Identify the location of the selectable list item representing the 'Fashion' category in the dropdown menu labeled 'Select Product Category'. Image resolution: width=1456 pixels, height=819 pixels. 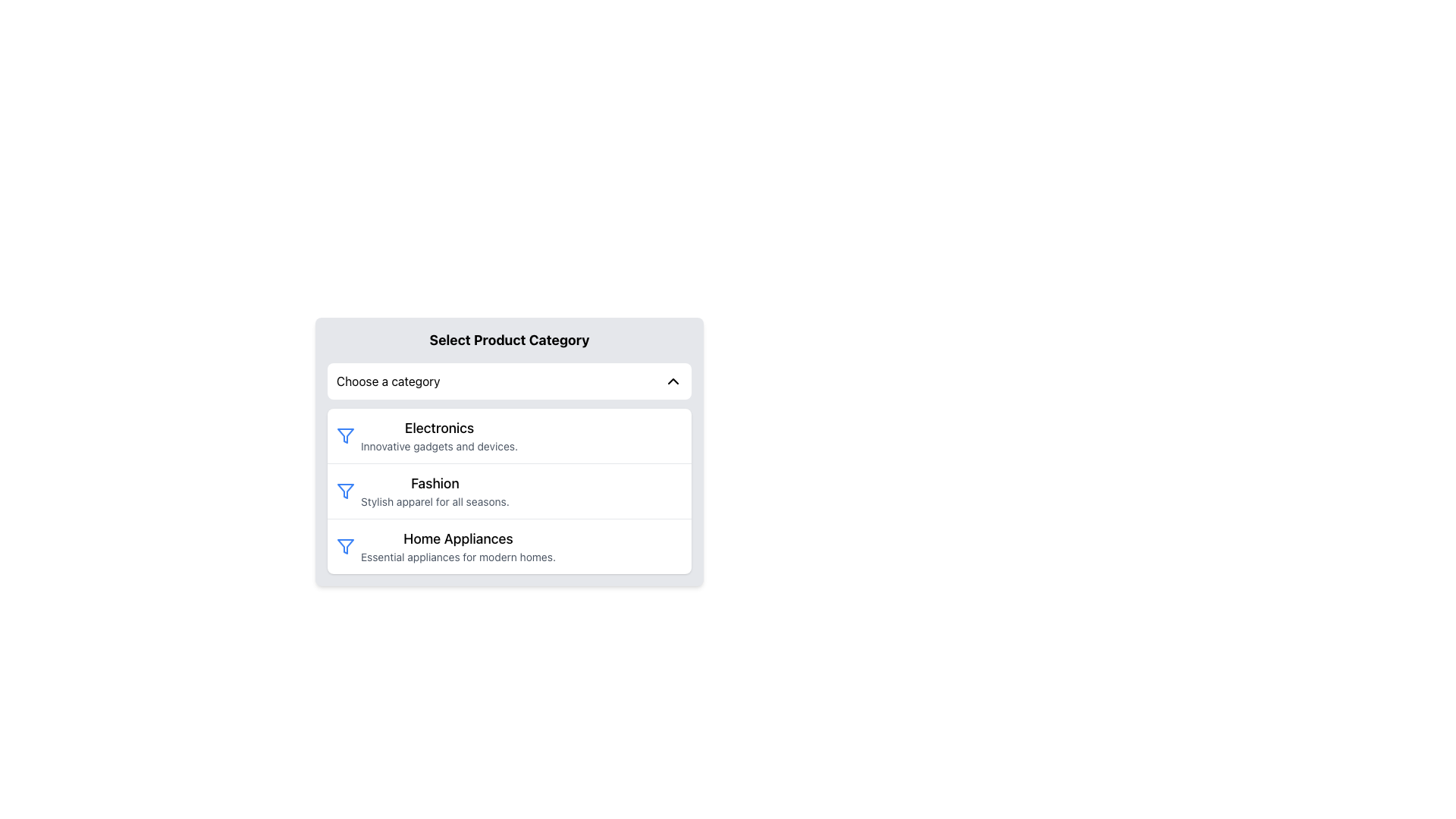
(510, 491).